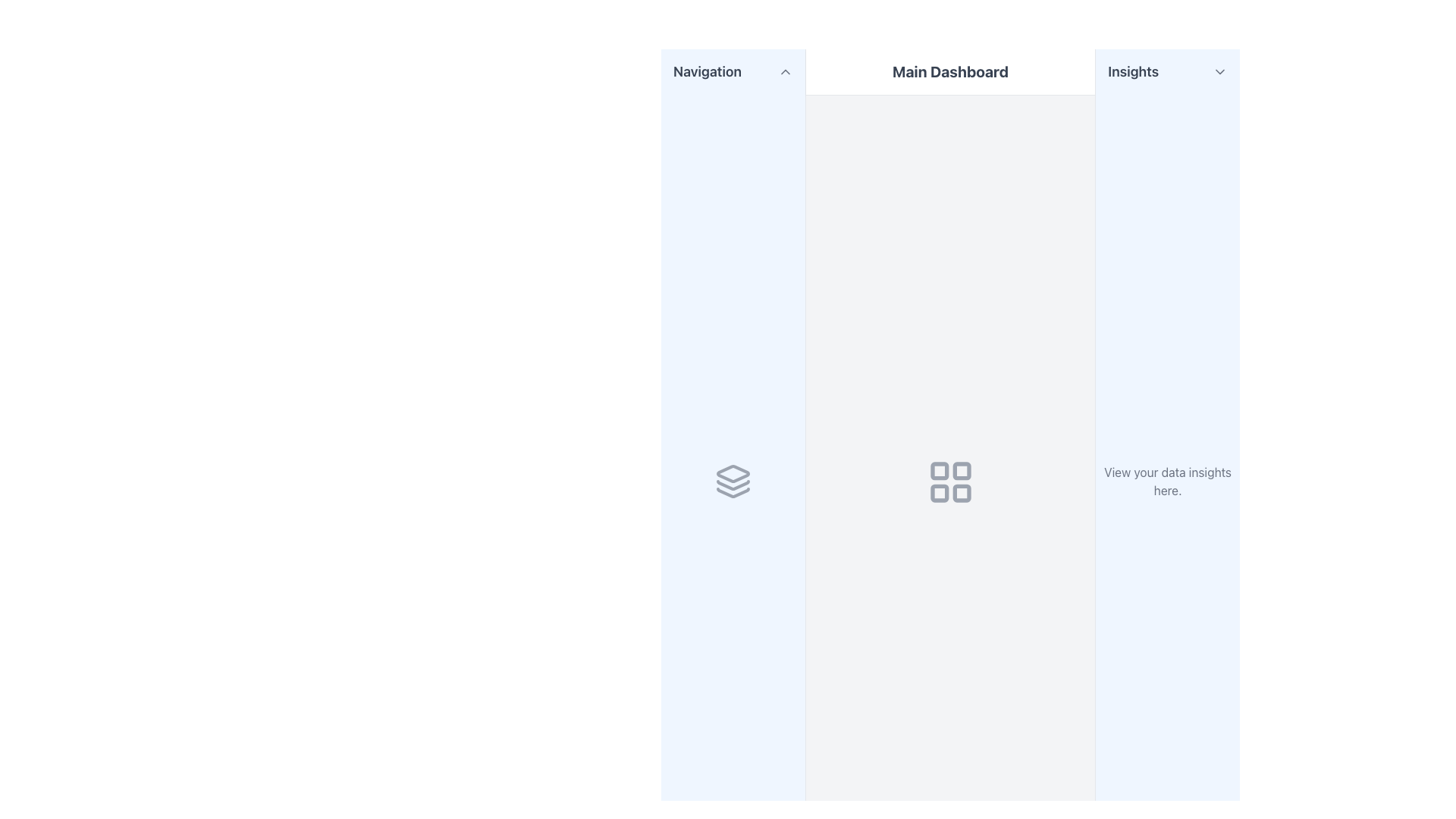 The height and width of the screenshot is (819, 1456). Describe the element at coordinates (733, 485) in the screenshot. I see `the middle layer icon of the SVG icon stack, which serves as a decorative and functional part of the layering symbol` at that location.